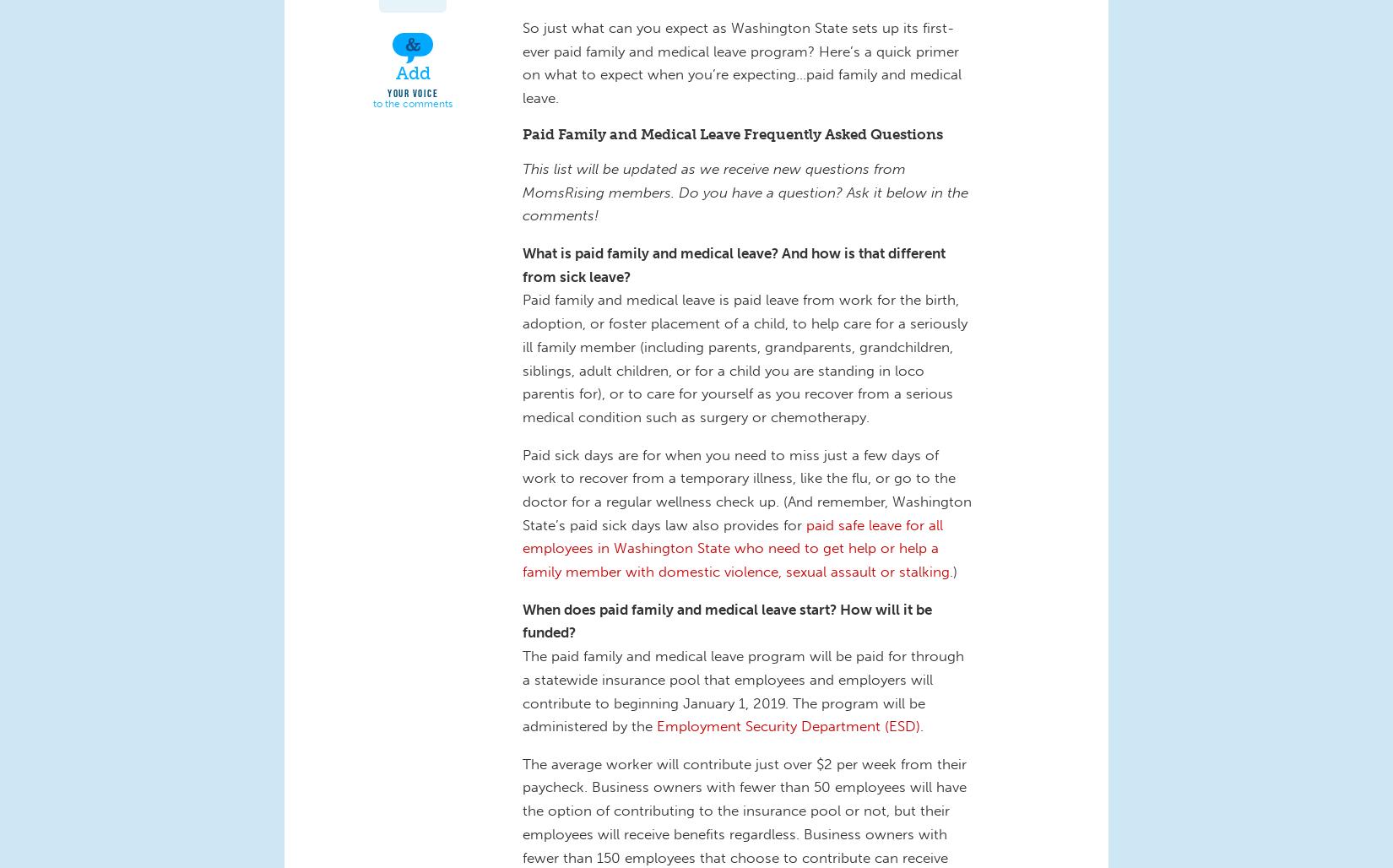 The width and height of the screenshot is (1393, 868). What do you see at coordinates (393, 71) in the screenshot?
I see `'Add'` at bounding box center [393, 71].